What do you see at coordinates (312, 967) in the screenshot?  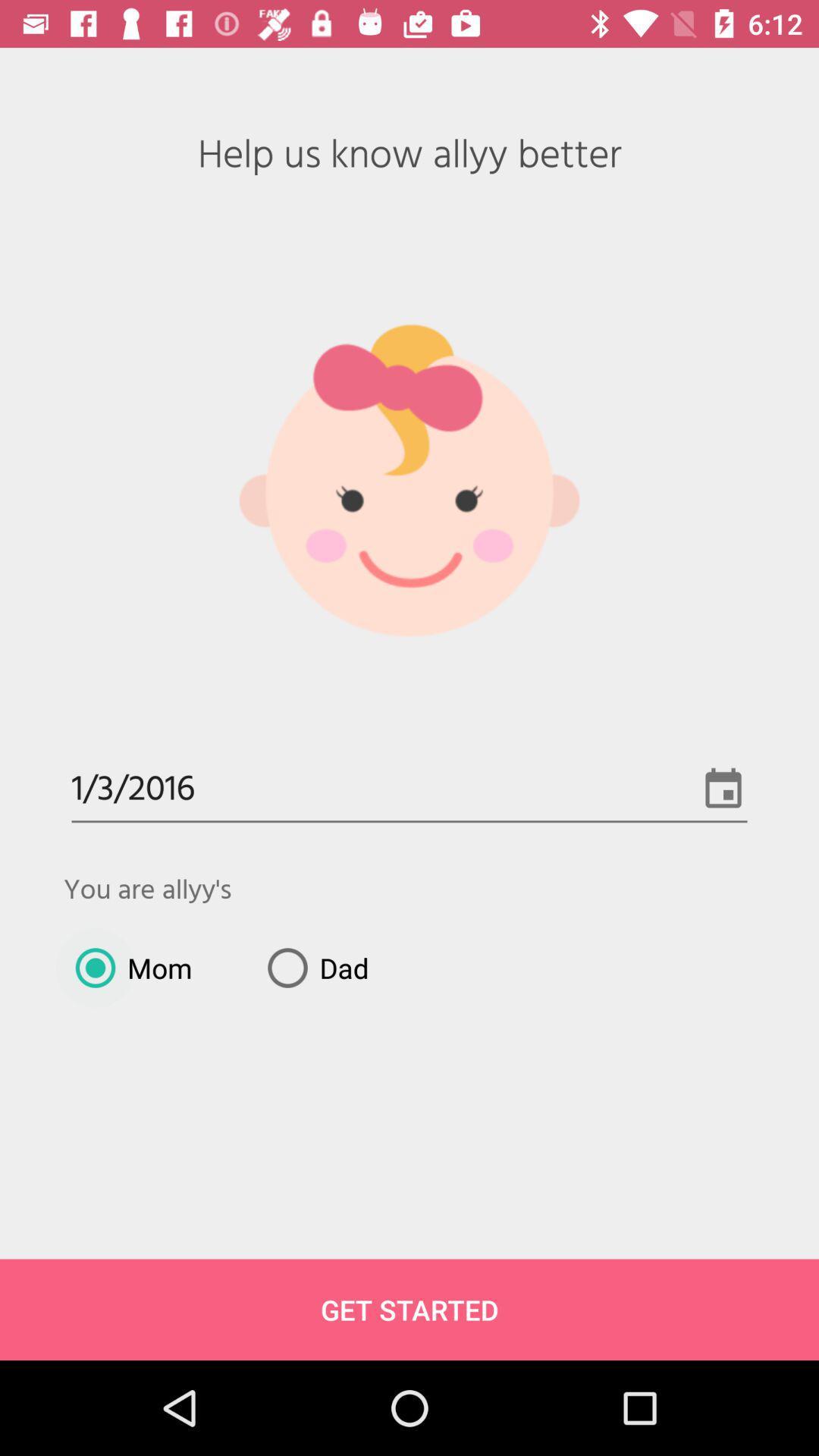 I see `the dad item` at bounding box center [312, 967].